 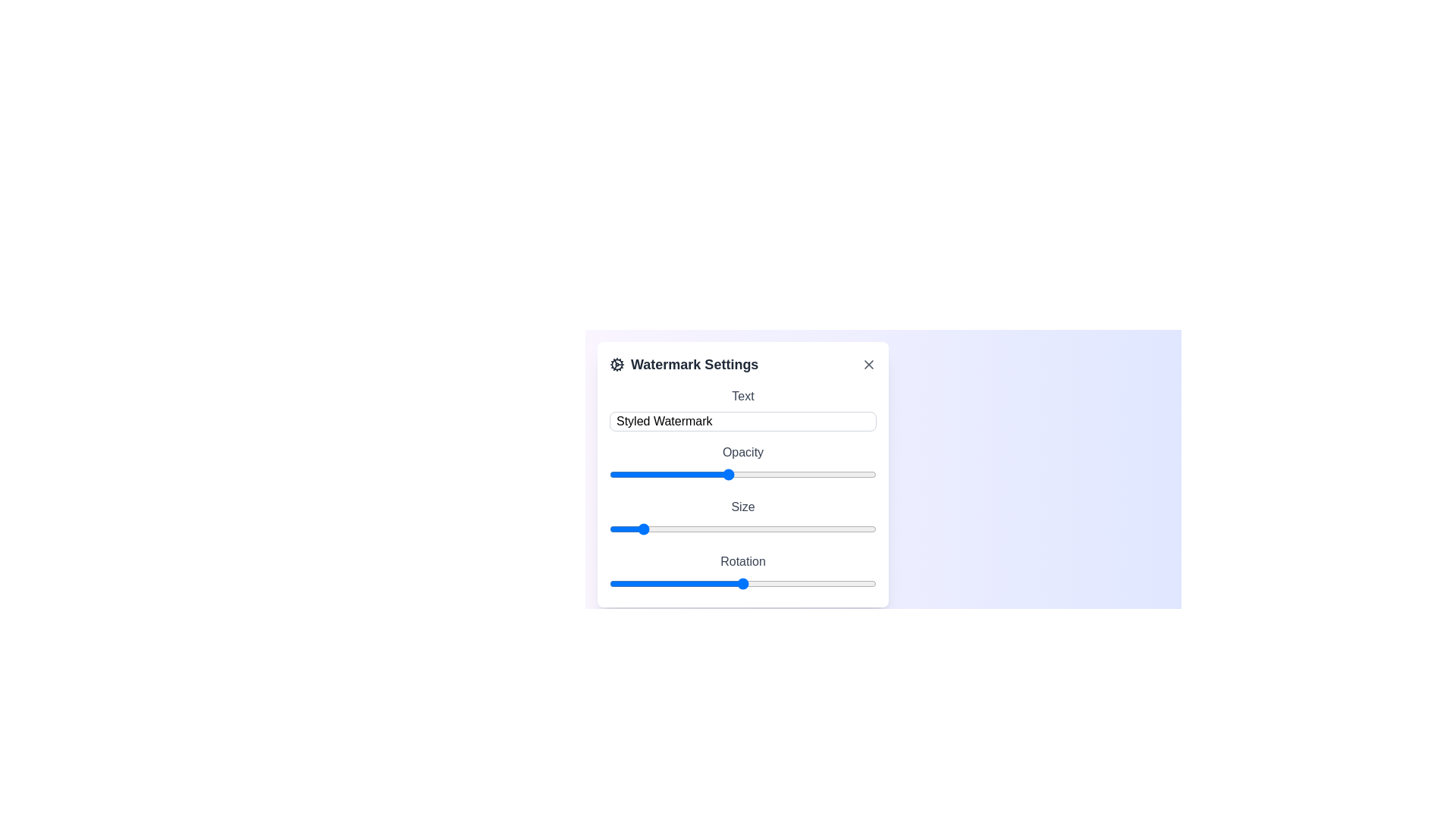 What do you see at coordinates (742, 365) in the screenshot?
I see `the header labeled 'Watermark Settings', which is styled in bold, gray text and located at the top of the 'Watermark Settings' dialog` at bounding box center [742, 365].